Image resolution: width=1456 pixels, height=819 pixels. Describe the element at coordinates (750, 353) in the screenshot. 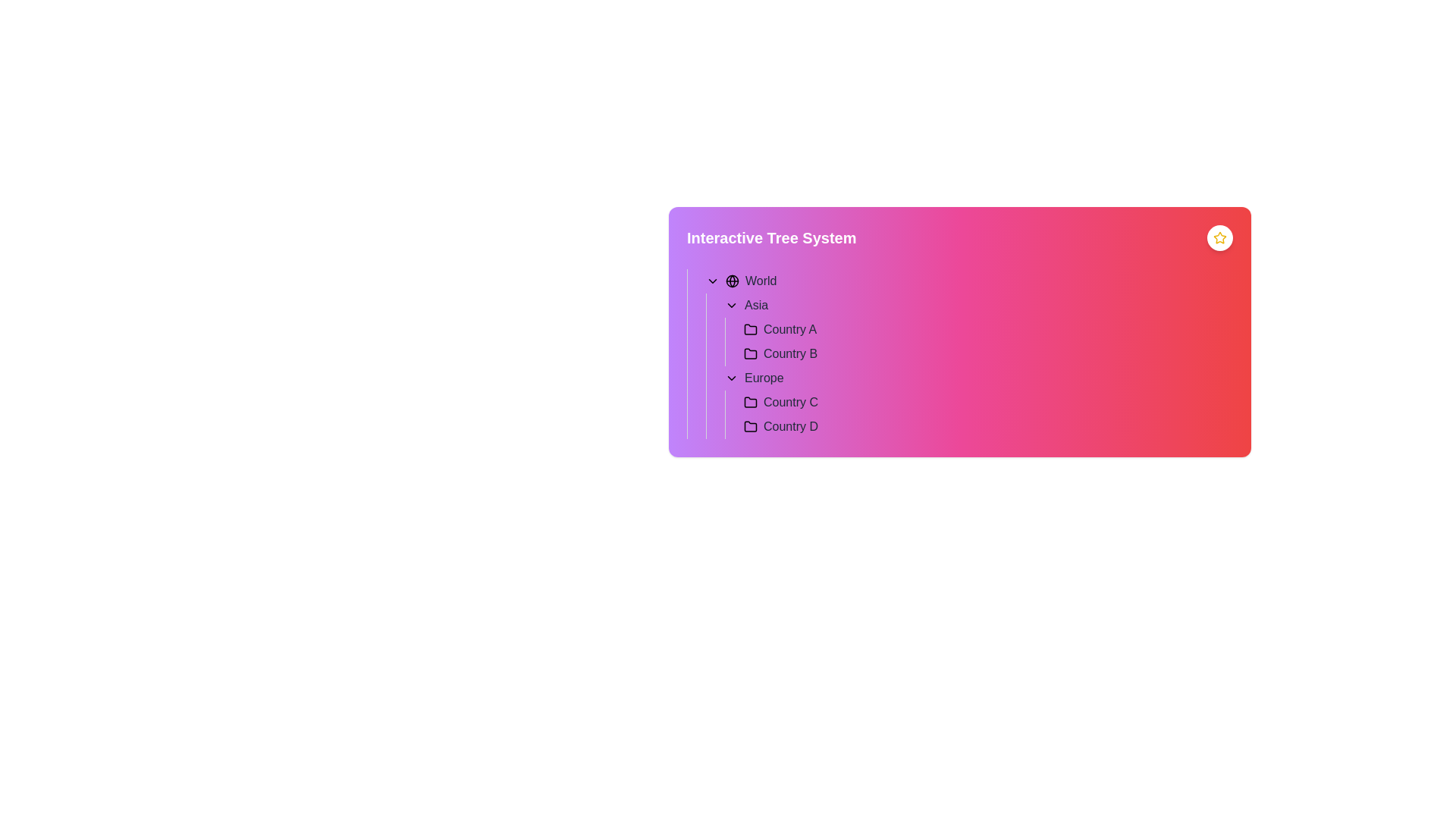

I see `the SVG folder icon element located next to the text 'Country B' in the tree menu` at that location.